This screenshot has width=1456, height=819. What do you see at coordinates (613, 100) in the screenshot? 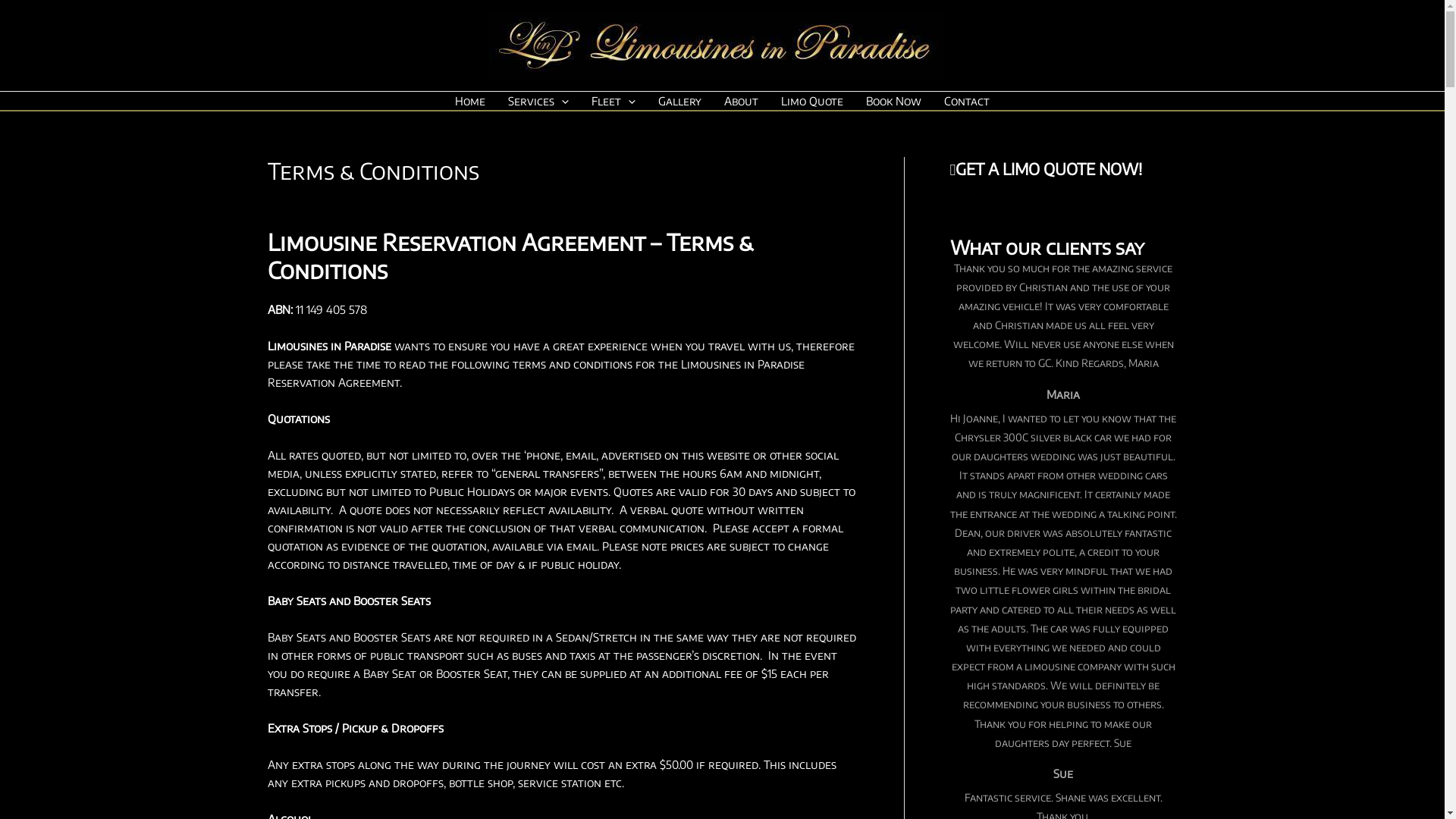
I see `'Fleet'` at bounding box center [613, 100].